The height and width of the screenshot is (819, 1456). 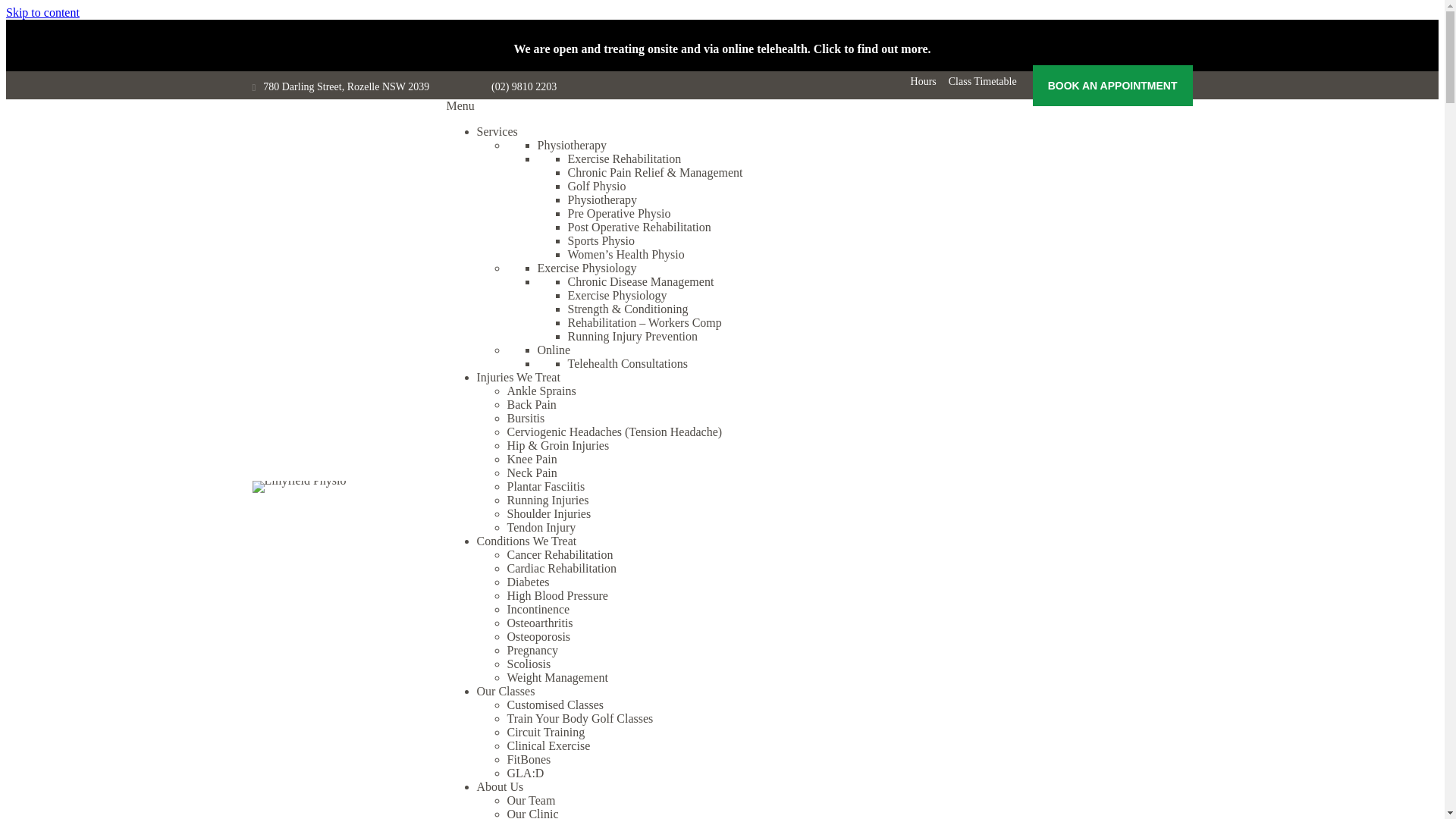 I want to click on 'Pregnancy', so click(x=532, y=649).